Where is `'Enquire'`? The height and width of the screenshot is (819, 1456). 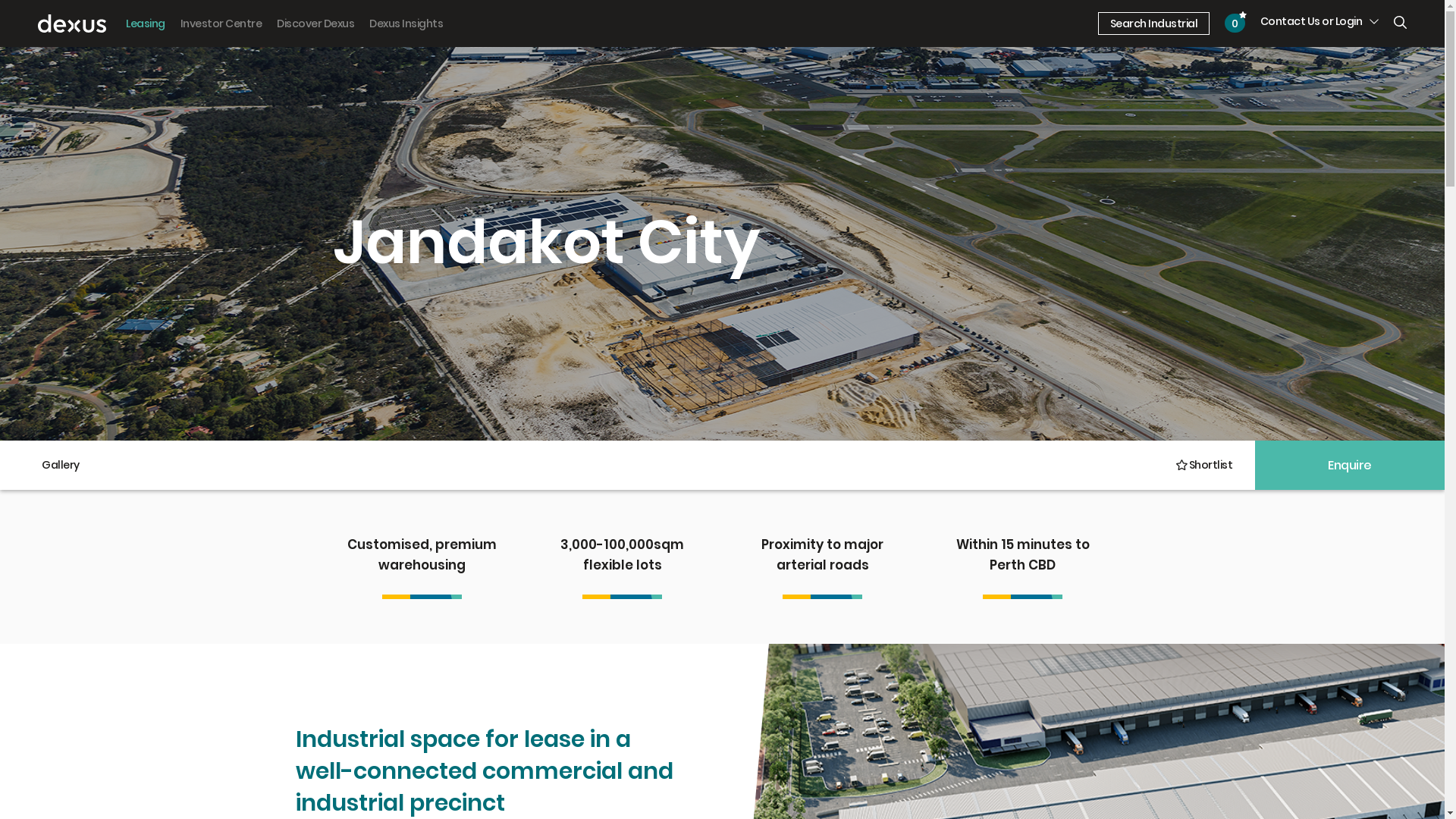 'Enquire' is located at coordinates (1350, 464).